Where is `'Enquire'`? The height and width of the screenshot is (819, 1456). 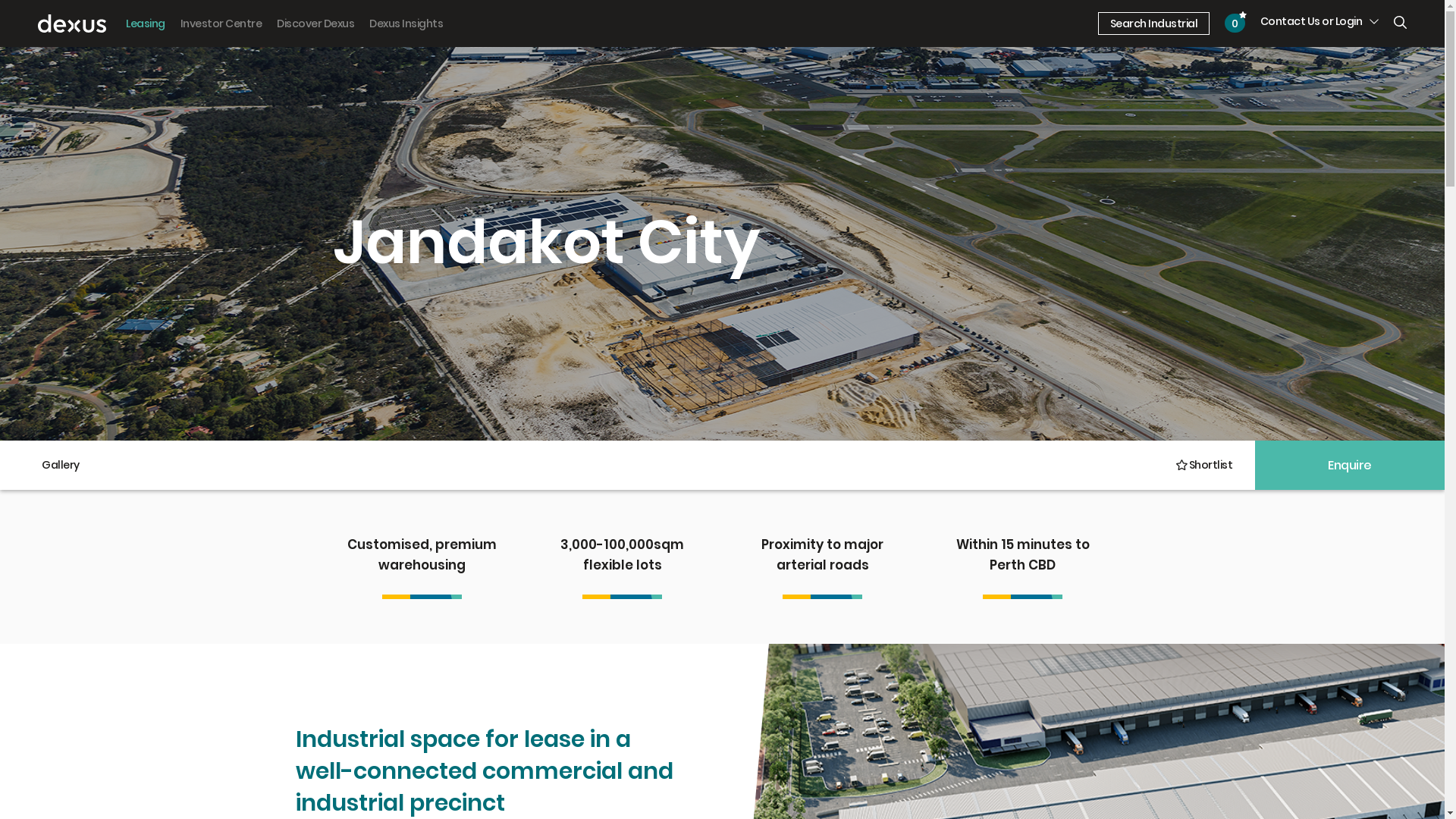 'Enquire' is located at coordinates (1350, 464).